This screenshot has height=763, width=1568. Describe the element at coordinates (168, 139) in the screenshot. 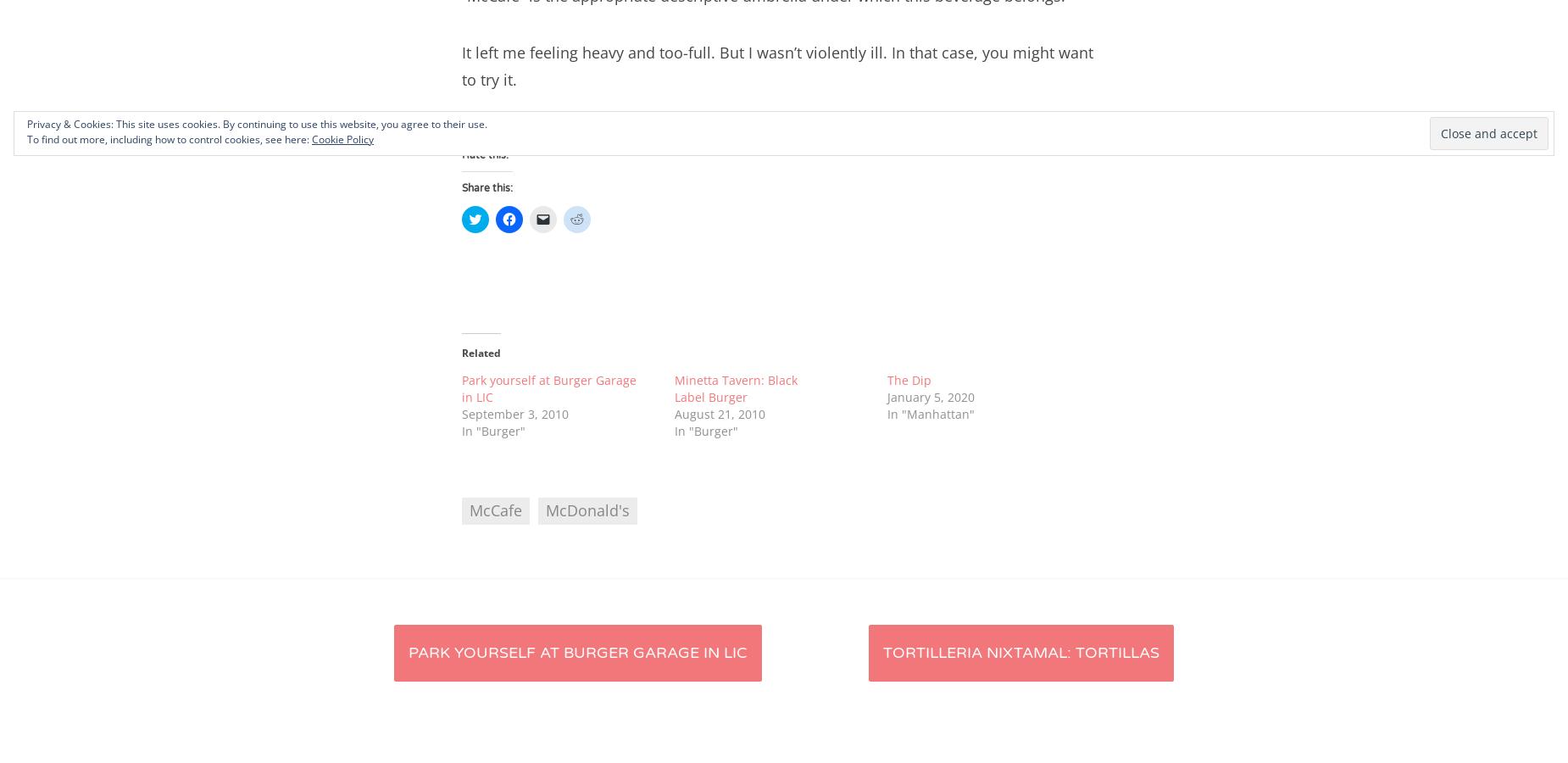

I see `'To find out more, including how to control cookies, see here:'` at that location.